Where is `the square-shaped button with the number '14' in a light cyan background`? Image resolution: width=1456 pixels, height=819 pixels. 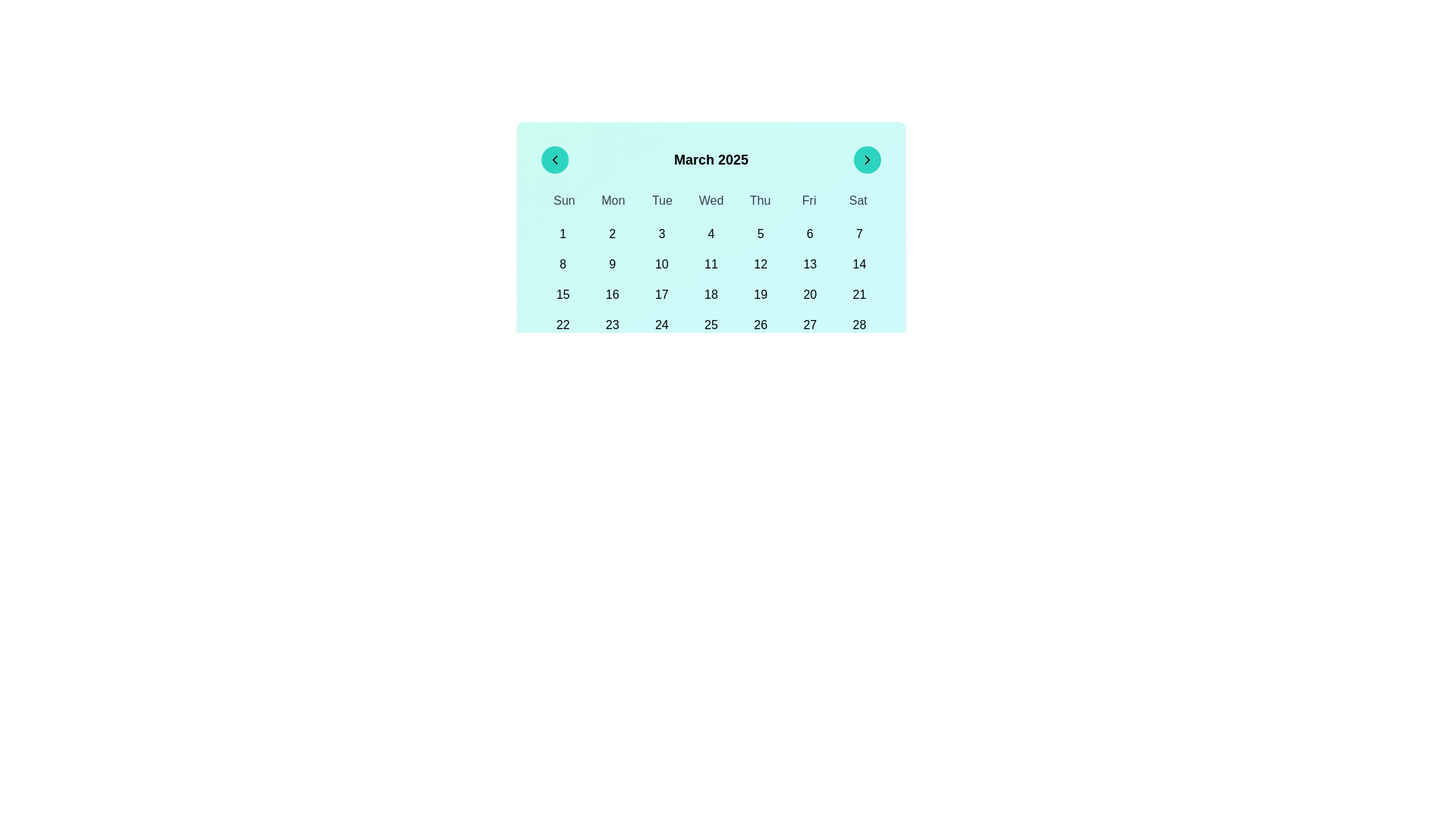
the square-shaped button with the number '14' in a light cyan background is located at coordinates (859, 263).